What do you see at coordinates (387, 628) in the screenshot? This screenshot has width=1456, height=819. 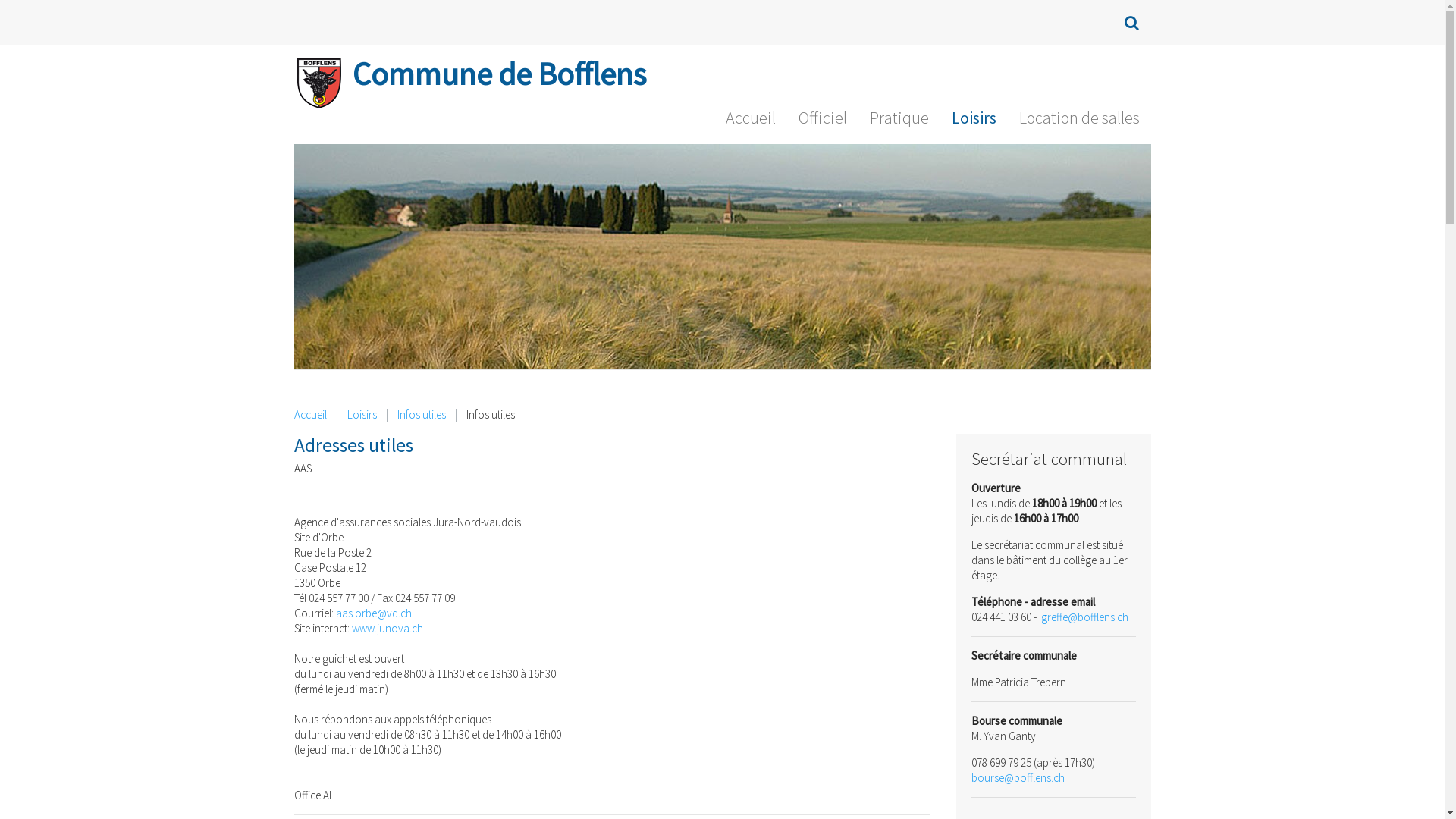 I see `'www.junova.ch'` at bounding box center [387, 628].